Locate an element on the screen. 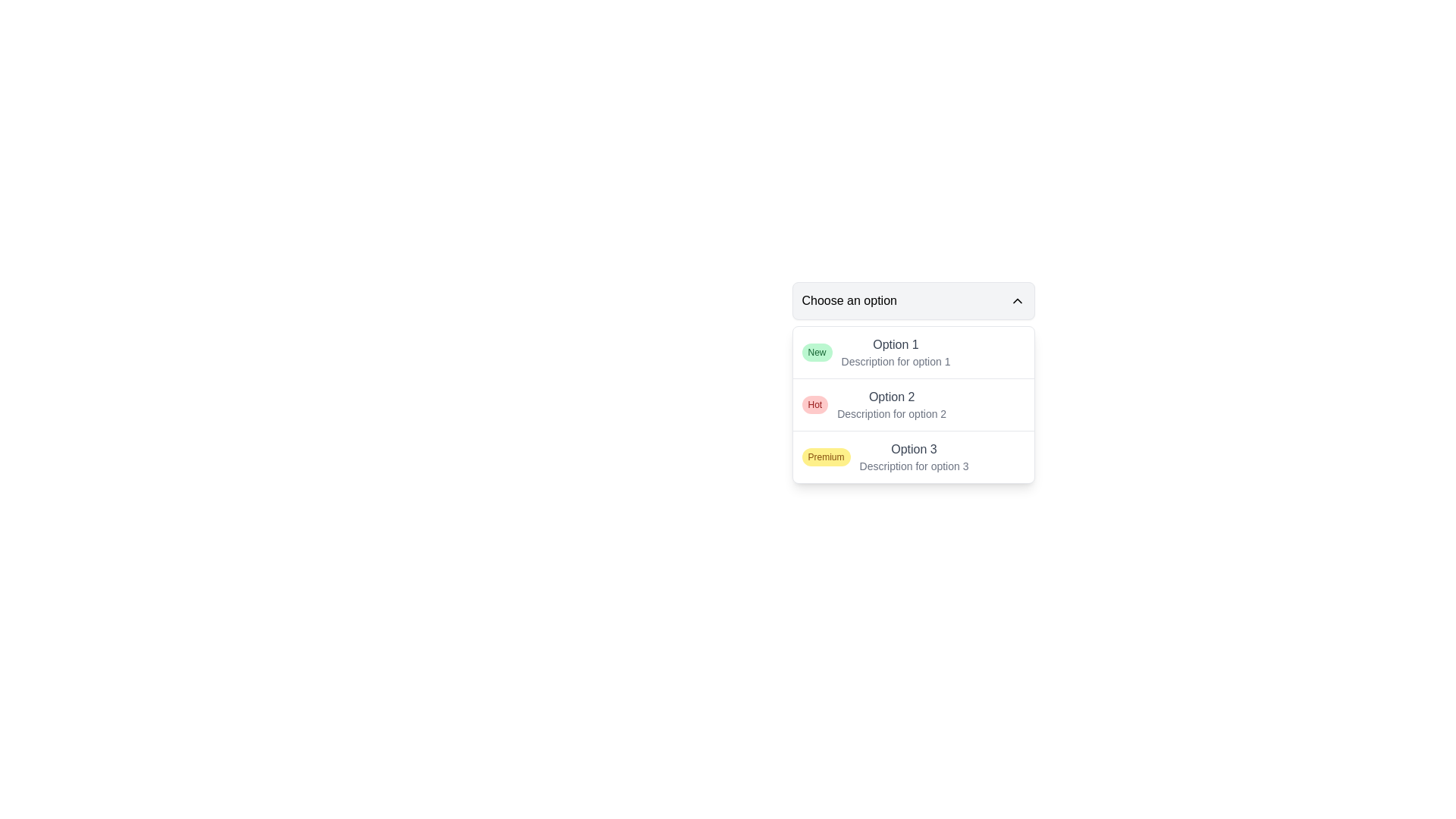  the Text Label providing additional information for 'Option 2', located directly underneath 'Option 2' and its badge 'Hot', positioned second among the options in the dropdown menu is located at coordinates (892, 414).